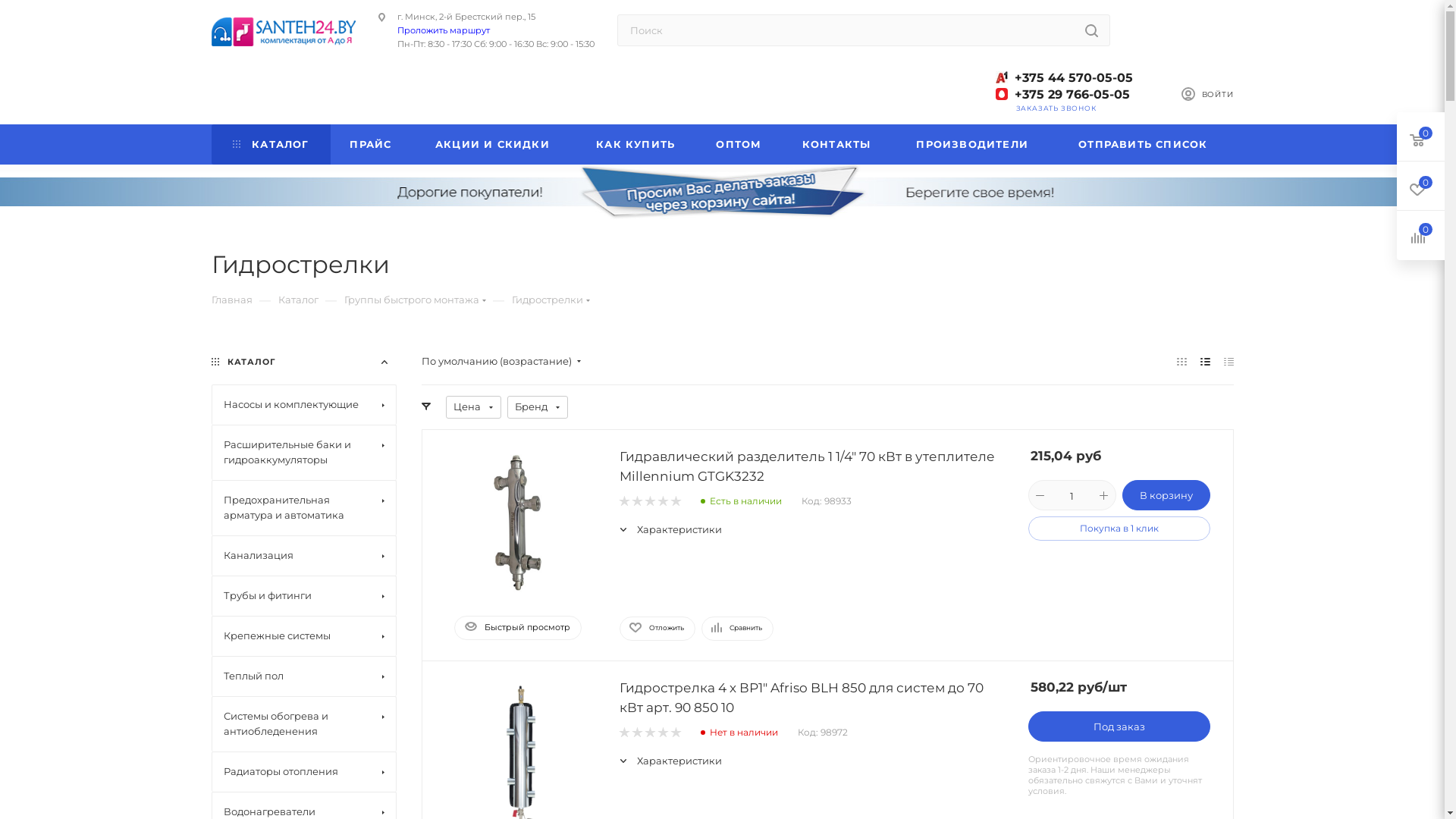  Describe the element at coordinates (656, 732) in the screenshot. I see `'4'` at that location.